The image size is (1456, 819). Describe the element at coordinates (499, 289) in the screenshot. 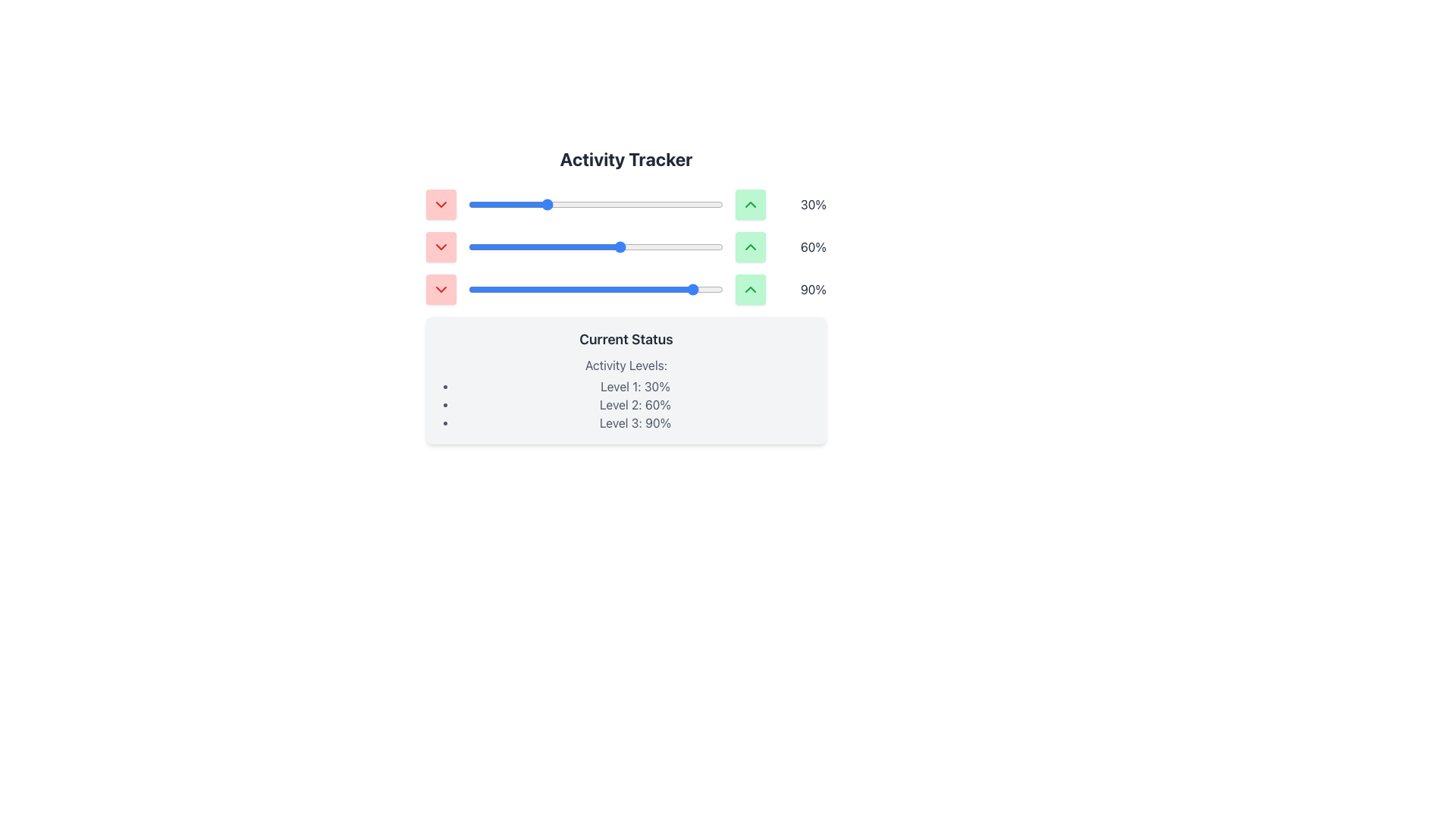

I see `the slider value` at that location.